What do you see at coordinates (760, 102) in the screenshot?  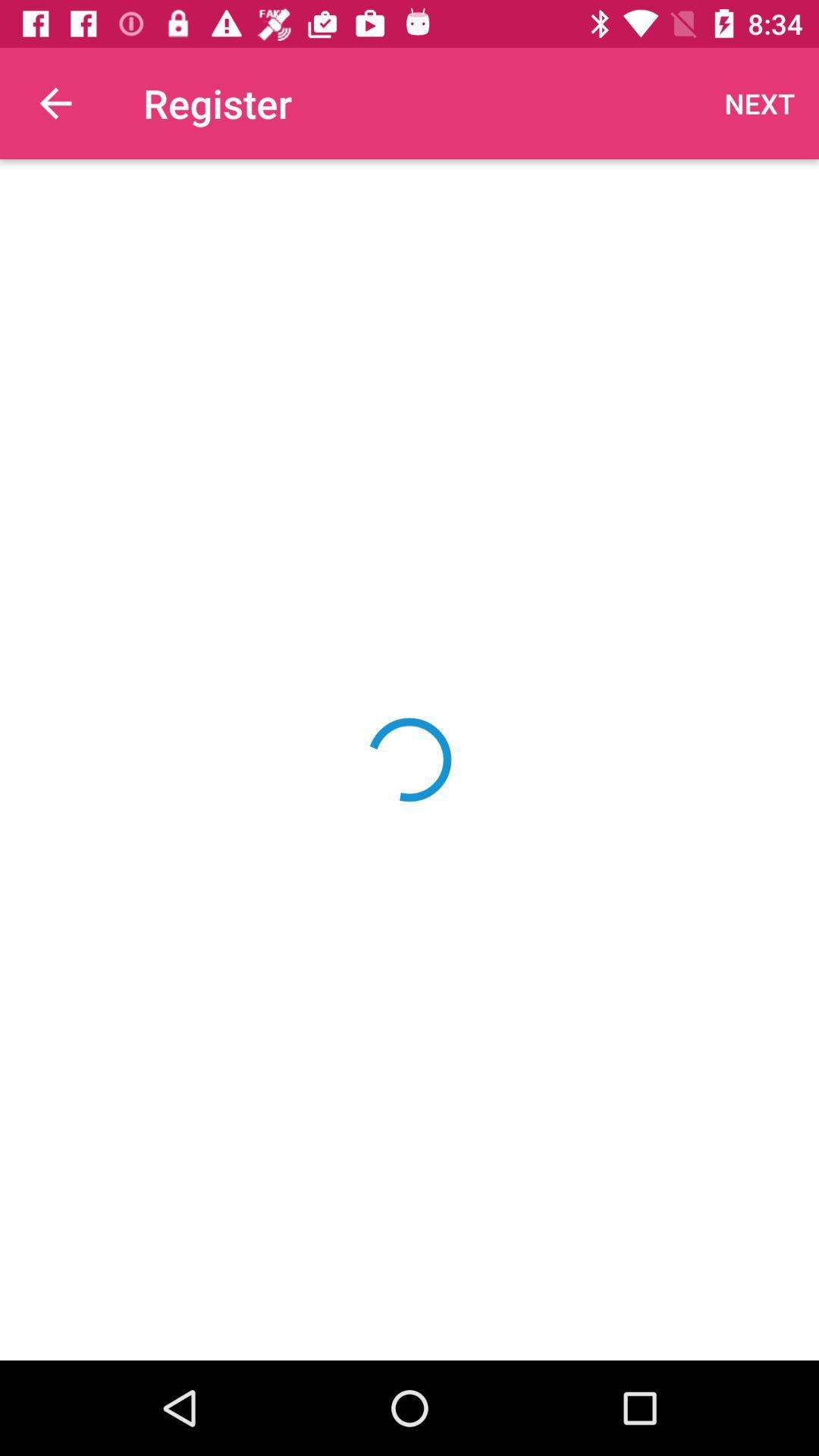 I see `the next icon` at bounding box center [760, 102].